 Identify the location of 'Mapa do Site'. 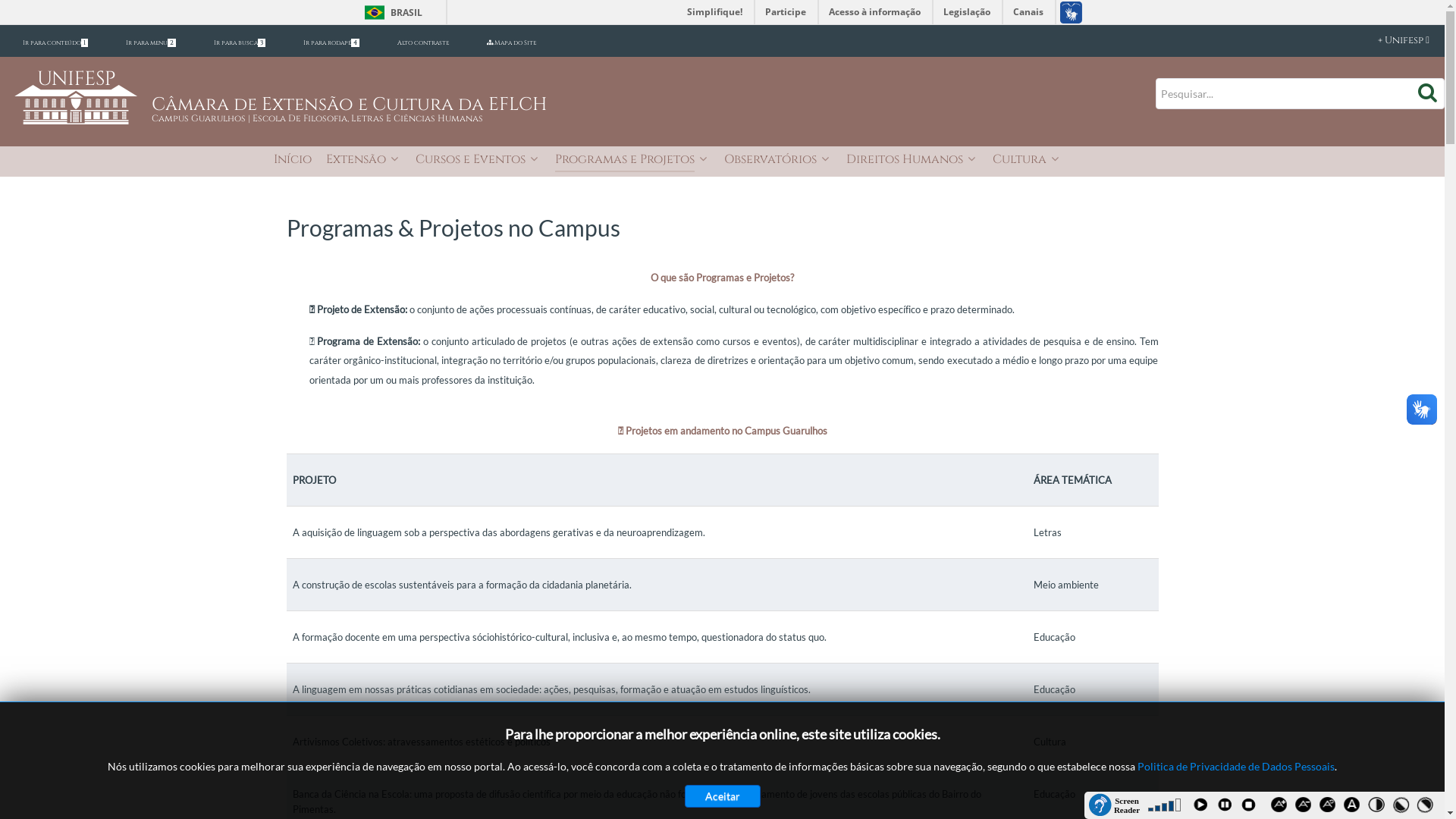
(511, 42).